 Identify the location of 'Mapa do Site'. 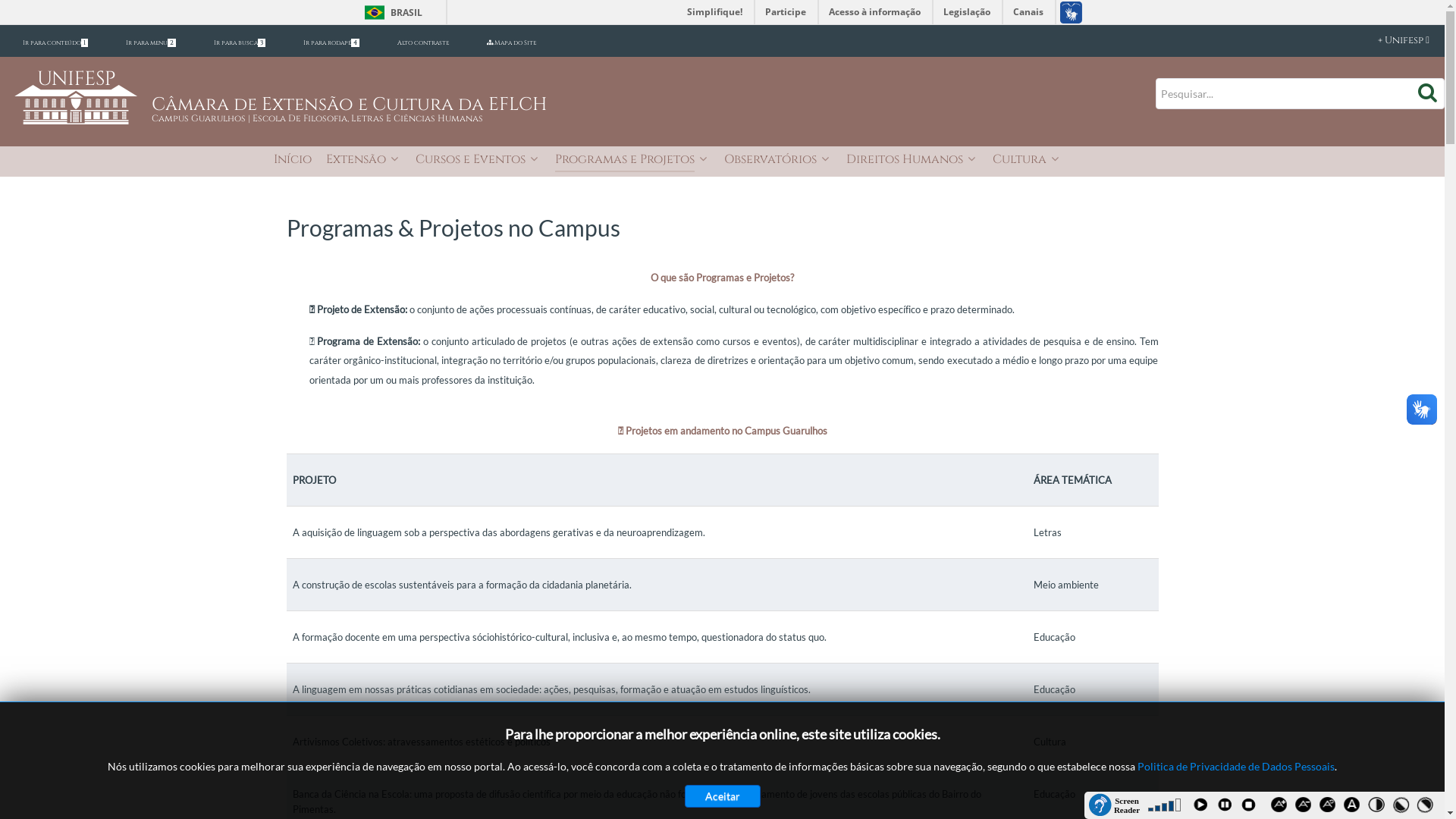
(511, 42).